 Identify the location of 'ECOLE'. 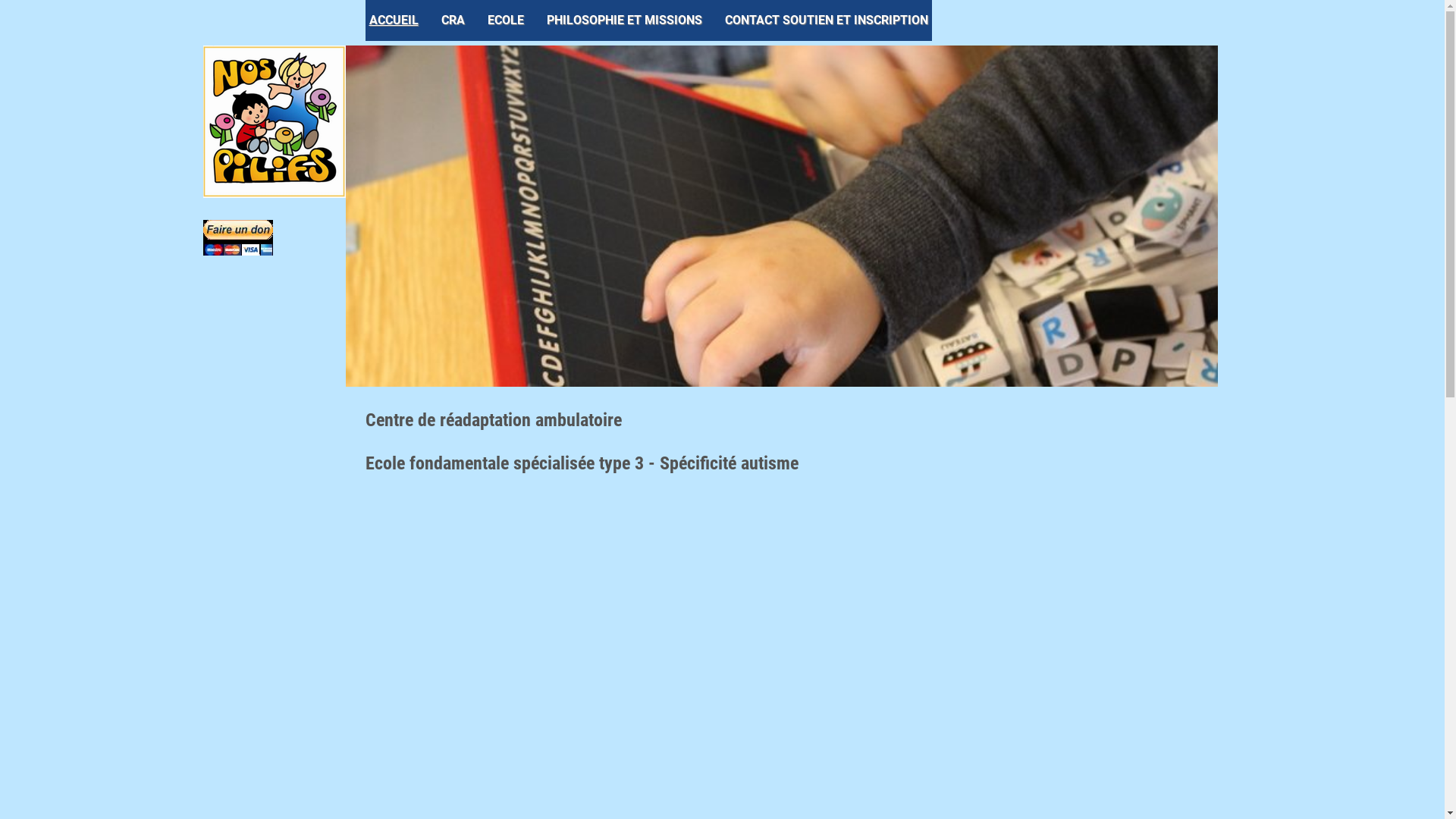
(506, 20).